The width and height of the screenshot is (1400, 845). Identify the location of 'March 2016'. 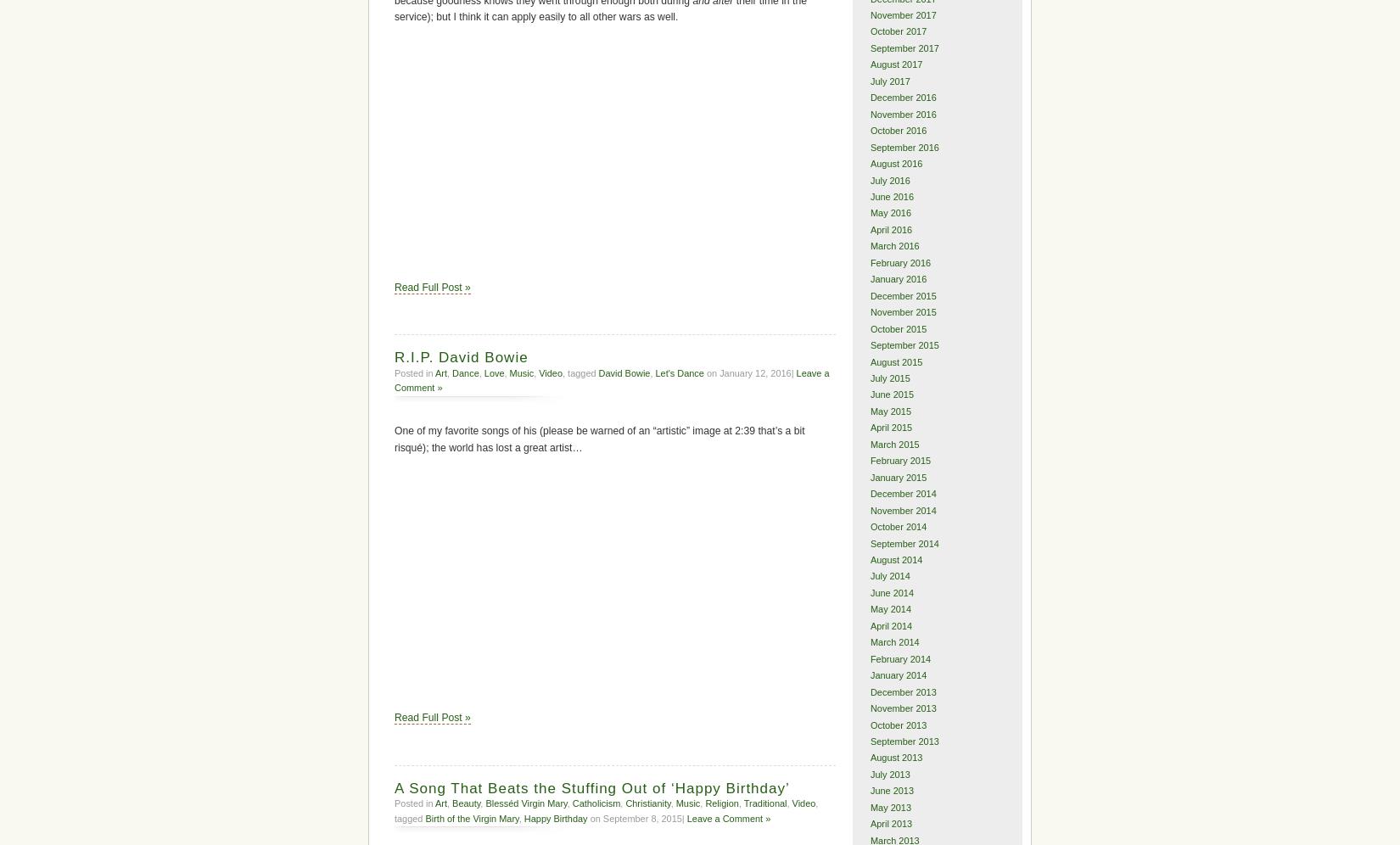
(894, 246).